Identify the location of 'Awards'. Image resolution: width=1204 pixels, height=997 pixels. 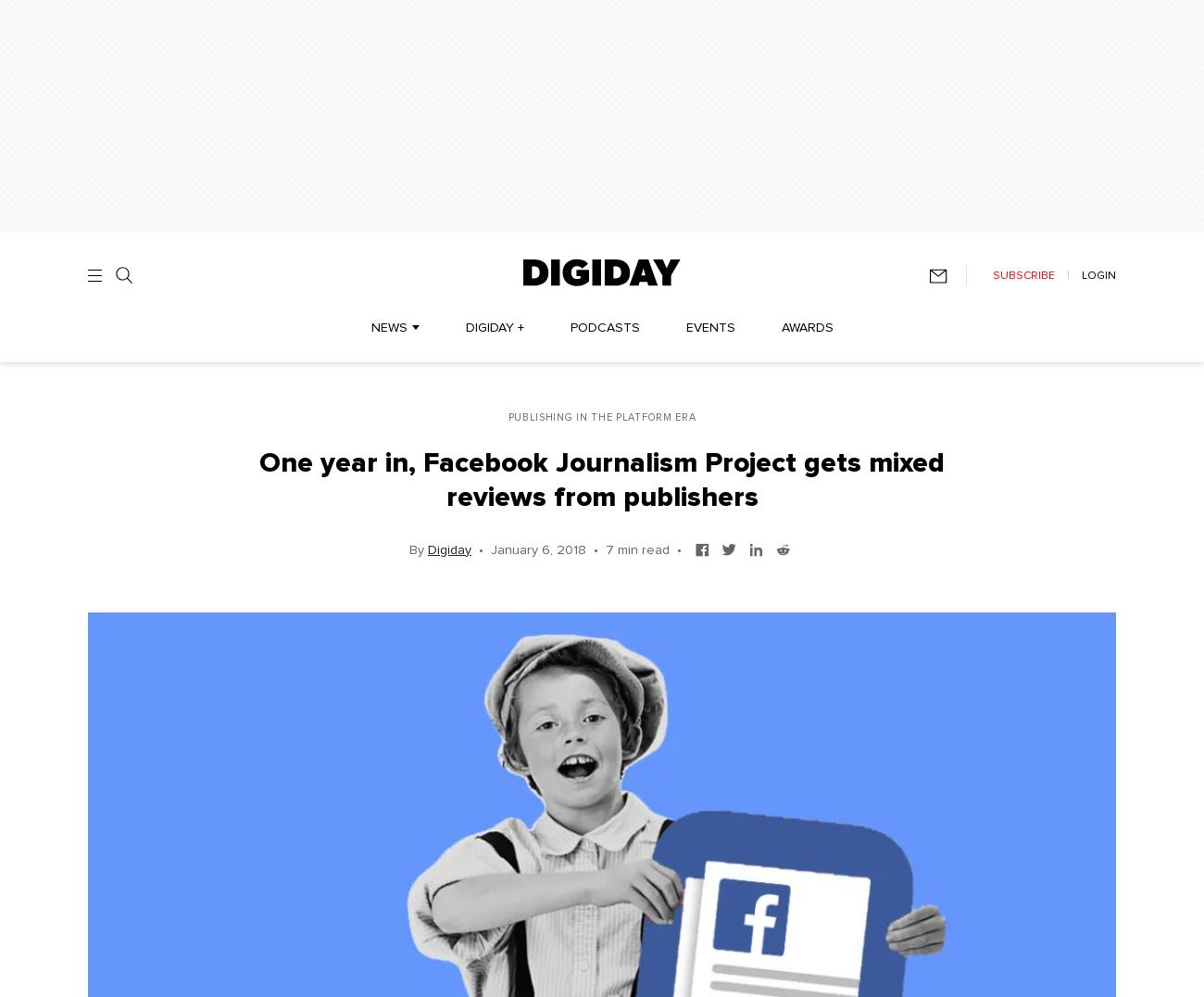
(806, 328).